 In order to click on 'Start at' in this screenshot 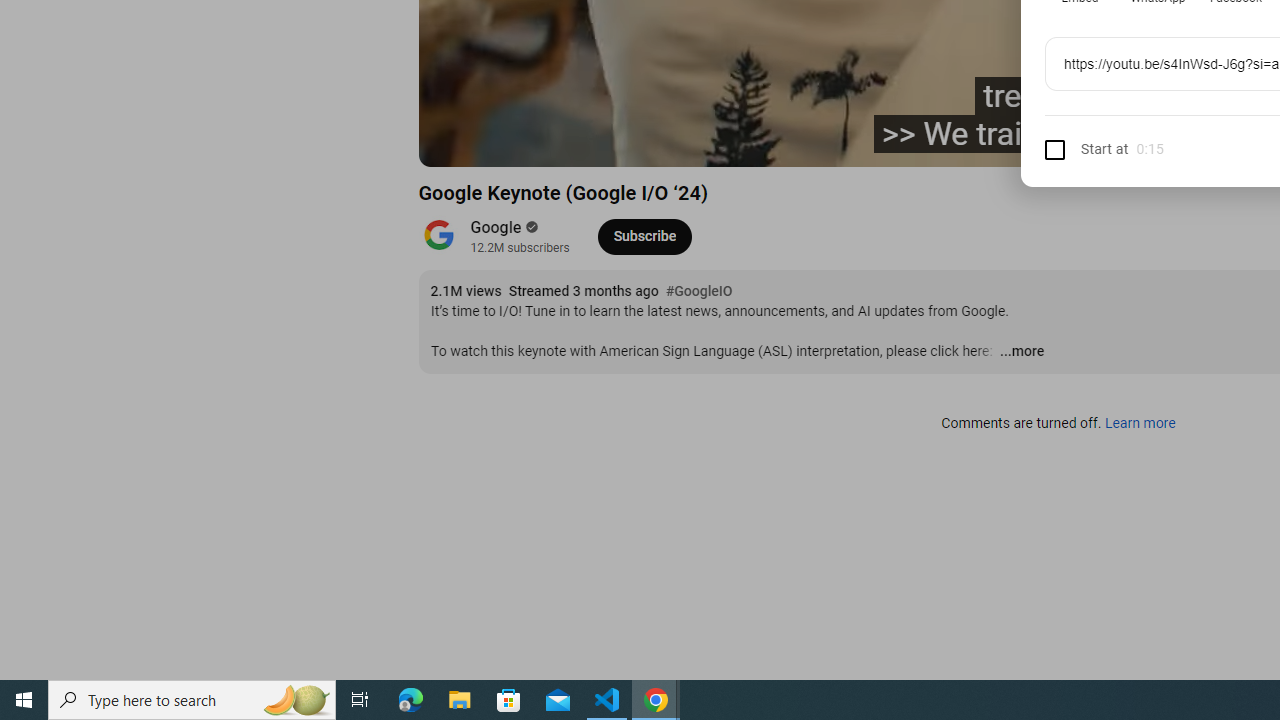, I will do `click(1085, 148)`.